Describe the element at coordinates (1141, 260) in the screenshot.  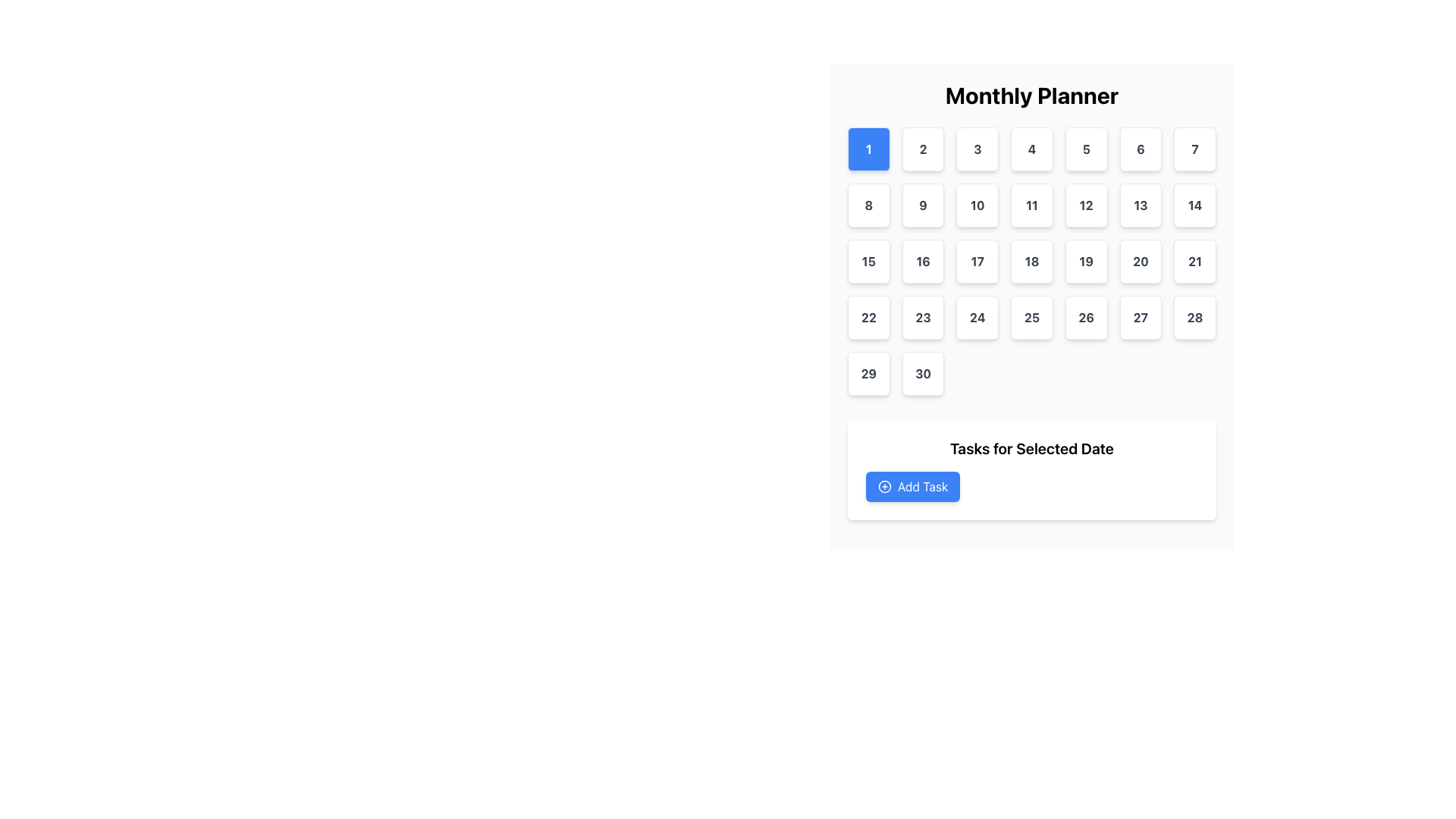
I see `the calendar grid cell representing the 20th day of the month` at that location.